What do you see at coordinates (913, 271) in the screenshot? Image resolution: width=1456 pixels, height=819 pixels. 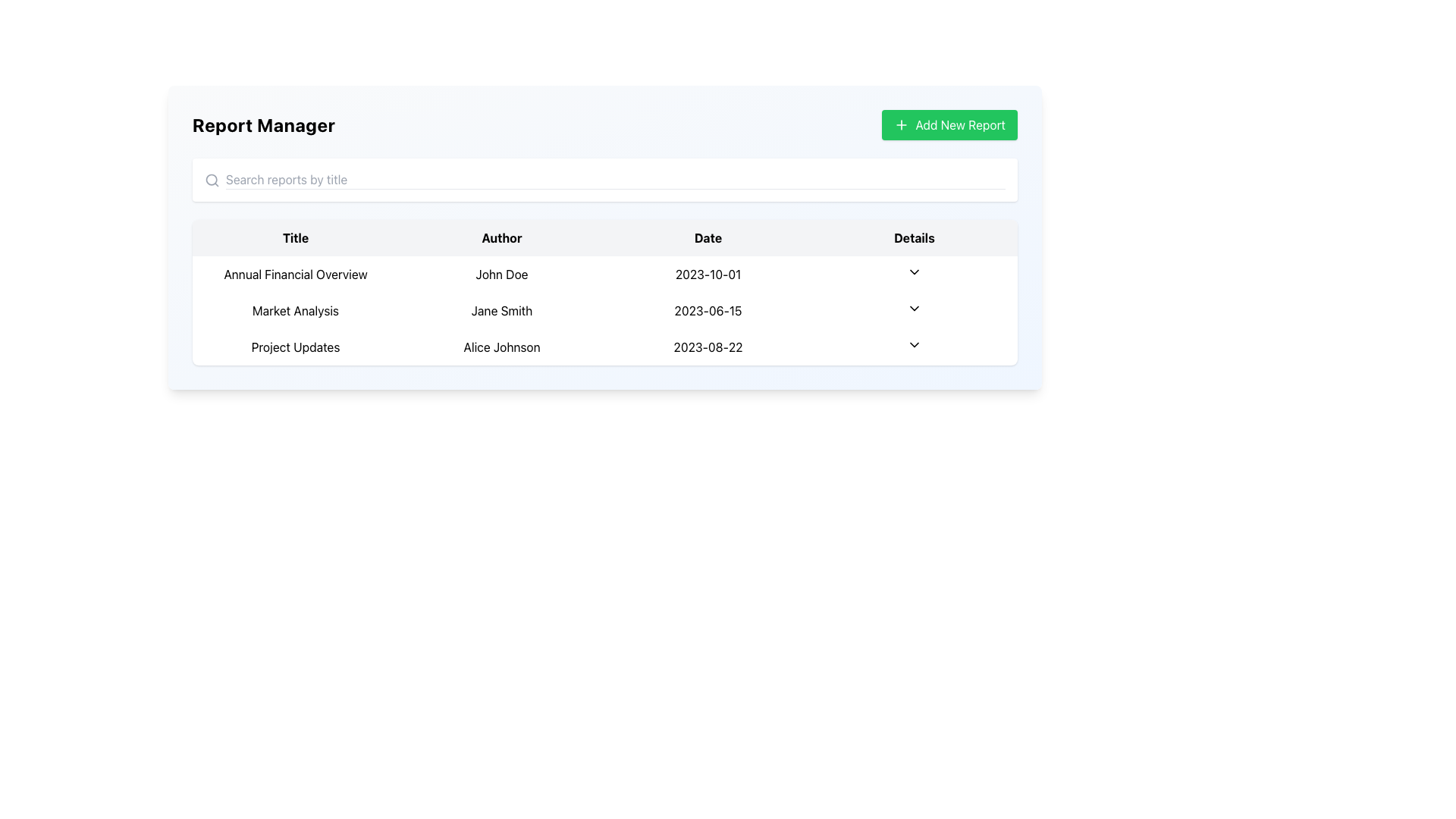 I see `the triangular downward-pointing chevron icon in the 'Details' column of the Report Manager table for the 'Annual Financial Overview' report` at bounding box center [913, 271].